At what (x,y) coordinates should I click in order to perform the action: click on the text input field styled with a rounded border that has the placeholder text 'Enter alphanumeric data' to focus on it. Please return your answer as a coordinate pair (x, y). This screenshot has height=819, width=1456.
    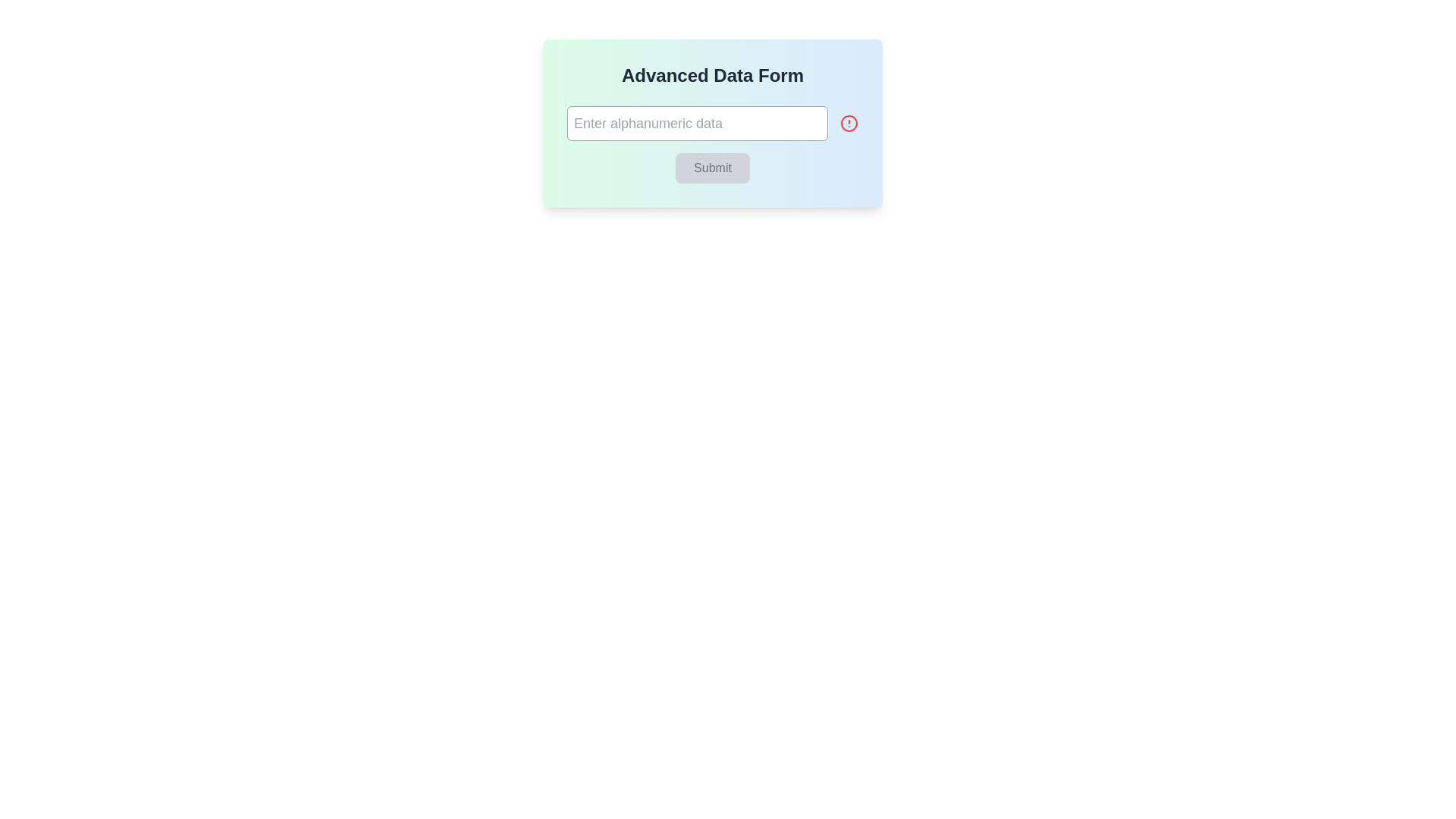
    Looking at the image, I should click on (697, 122).